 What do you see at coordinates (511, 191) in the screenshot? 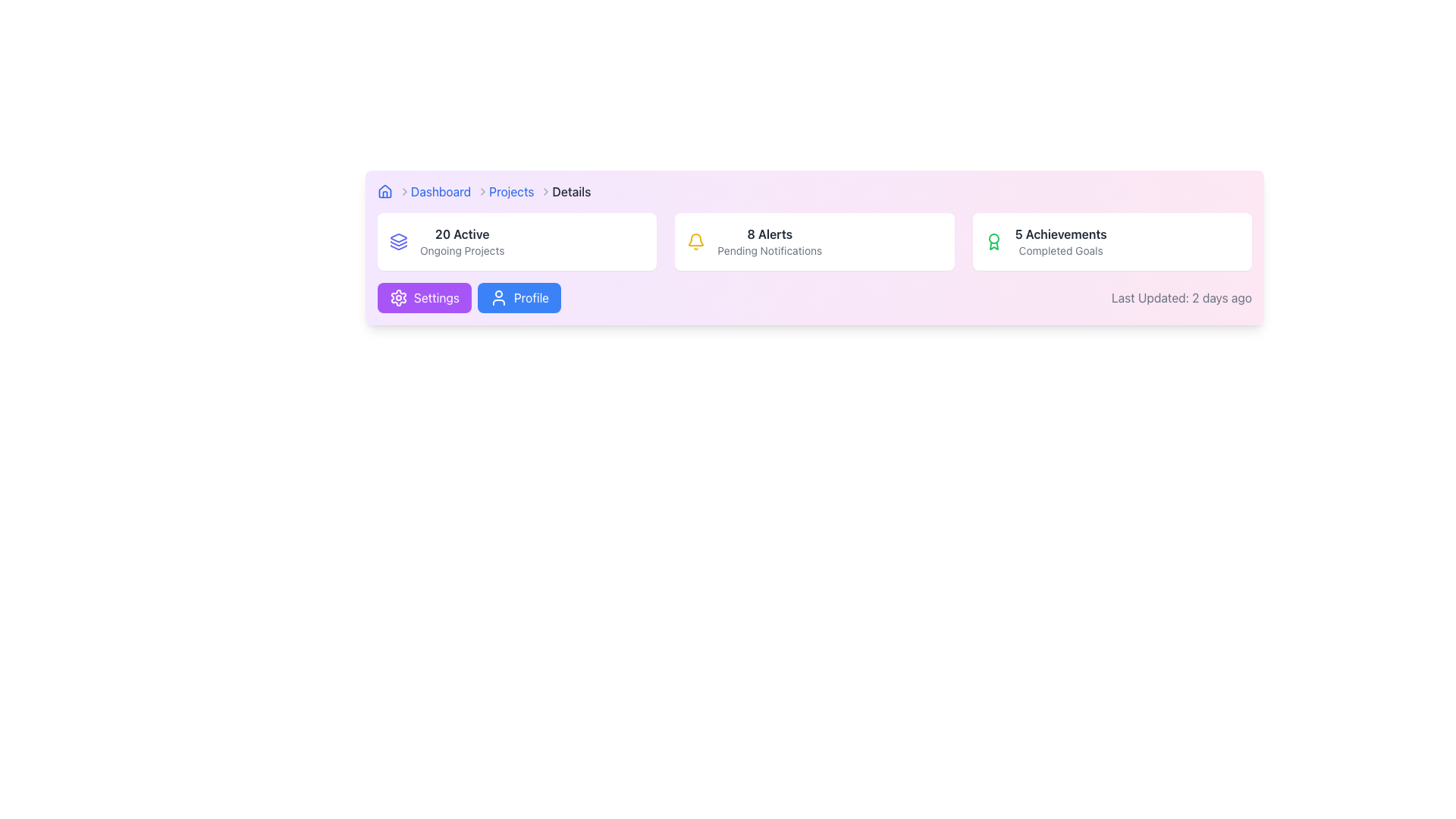
I see `the 'Projects' navigation link in the breadcrumb navigation` at bounding box center [511, 191].